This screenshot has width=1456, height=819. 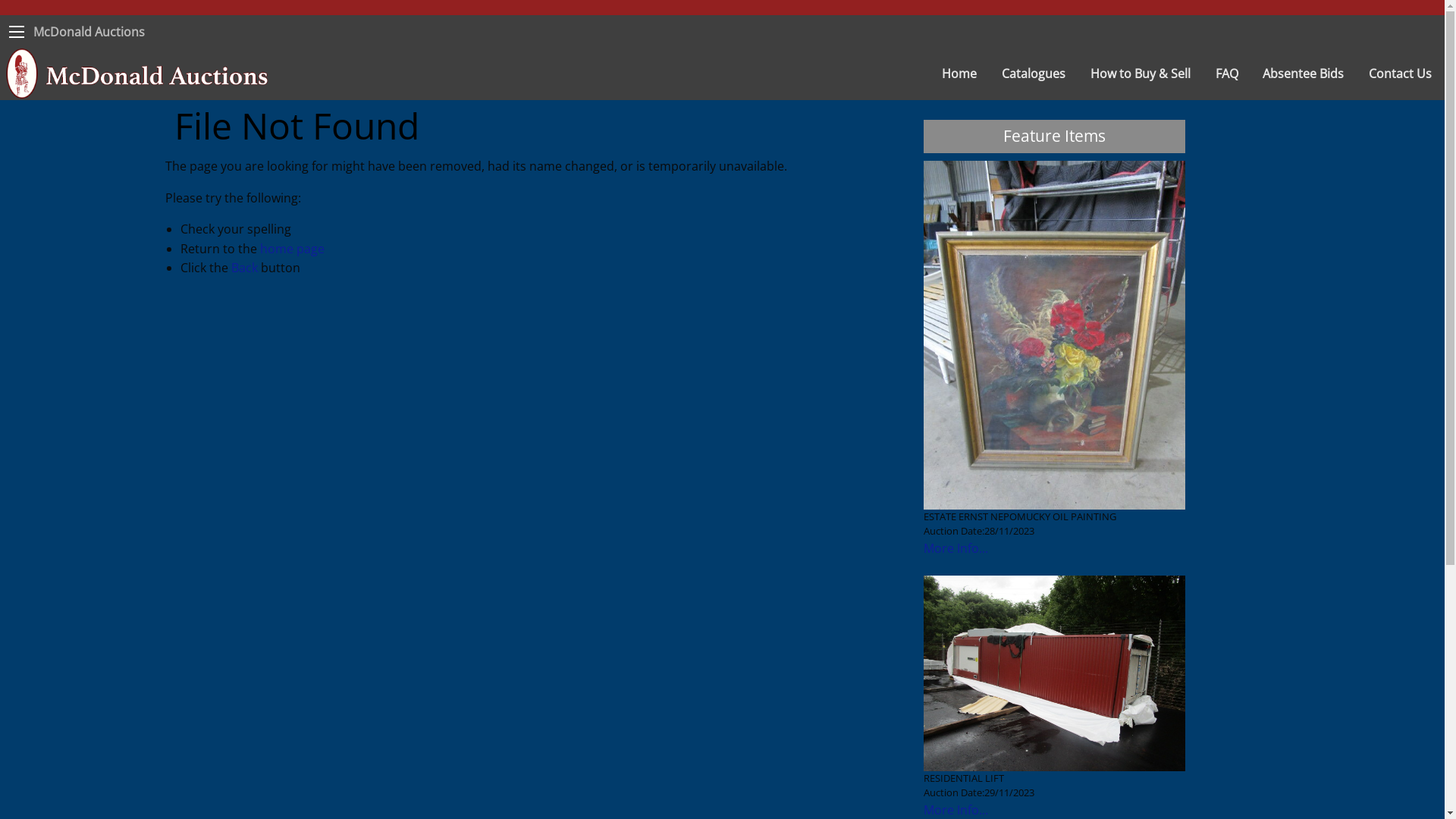 What do you see at coordinates (959, 73) in the screenshot?
I see `'Home'` at bounding box center [959, 73].